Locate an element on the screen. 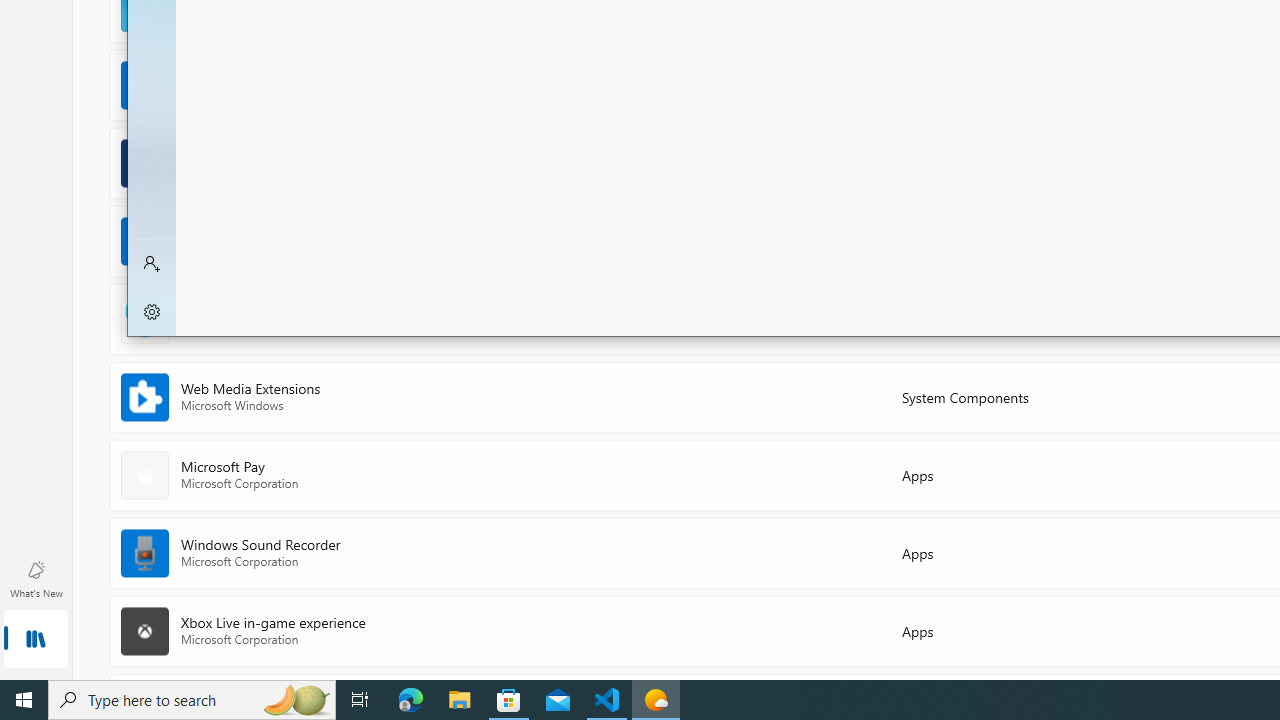 The image size is (1280, 720). 'Microsoft Store - 1 running window' is located at coordinates (509, 698).